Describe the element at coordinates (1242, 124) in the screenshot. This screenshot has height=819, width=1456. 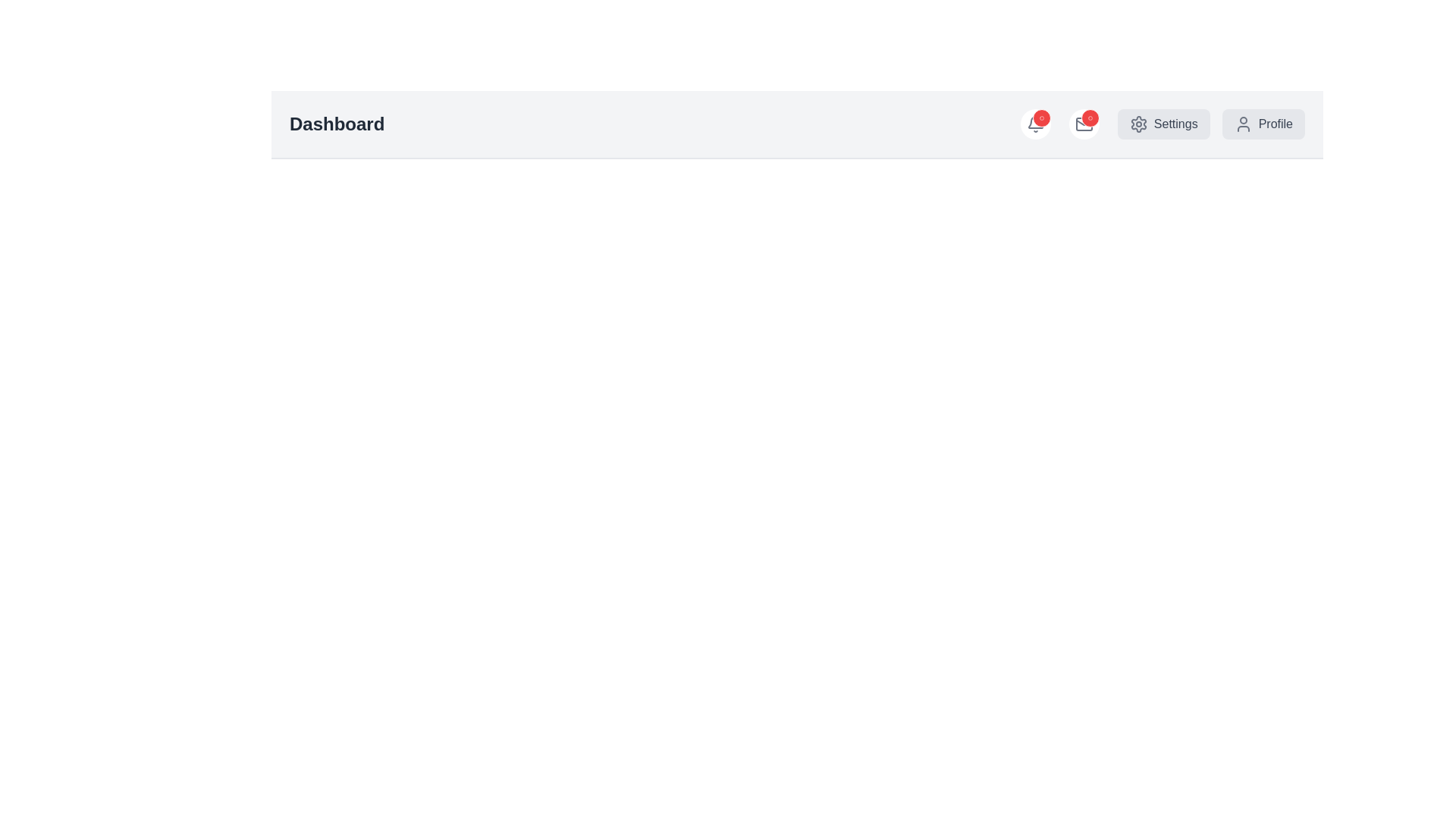
I see `the 'Profile' button by clicking on the decorative icon associated with it, located at the top-right corner of the interface` at that location.